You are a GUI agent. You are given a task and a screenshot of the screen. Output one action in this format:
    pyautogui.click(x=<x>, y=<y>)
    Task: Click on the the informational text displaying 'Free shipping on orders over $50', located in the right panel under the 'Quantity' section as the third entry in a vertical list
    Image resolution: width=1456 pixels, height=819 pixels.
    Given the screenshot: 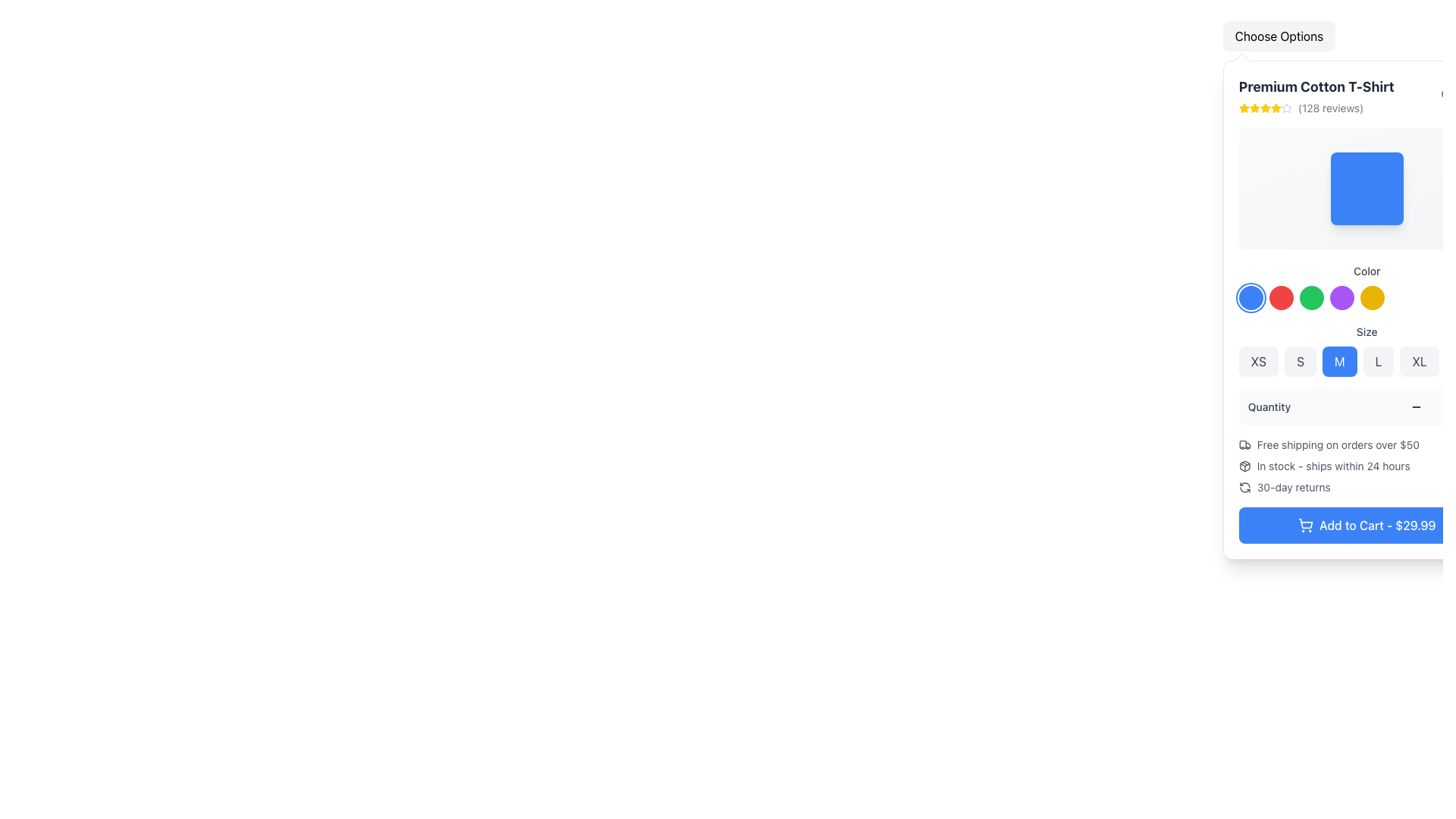 What is the action you would take?
    pyautogui.click(x=1338, y=444)
    